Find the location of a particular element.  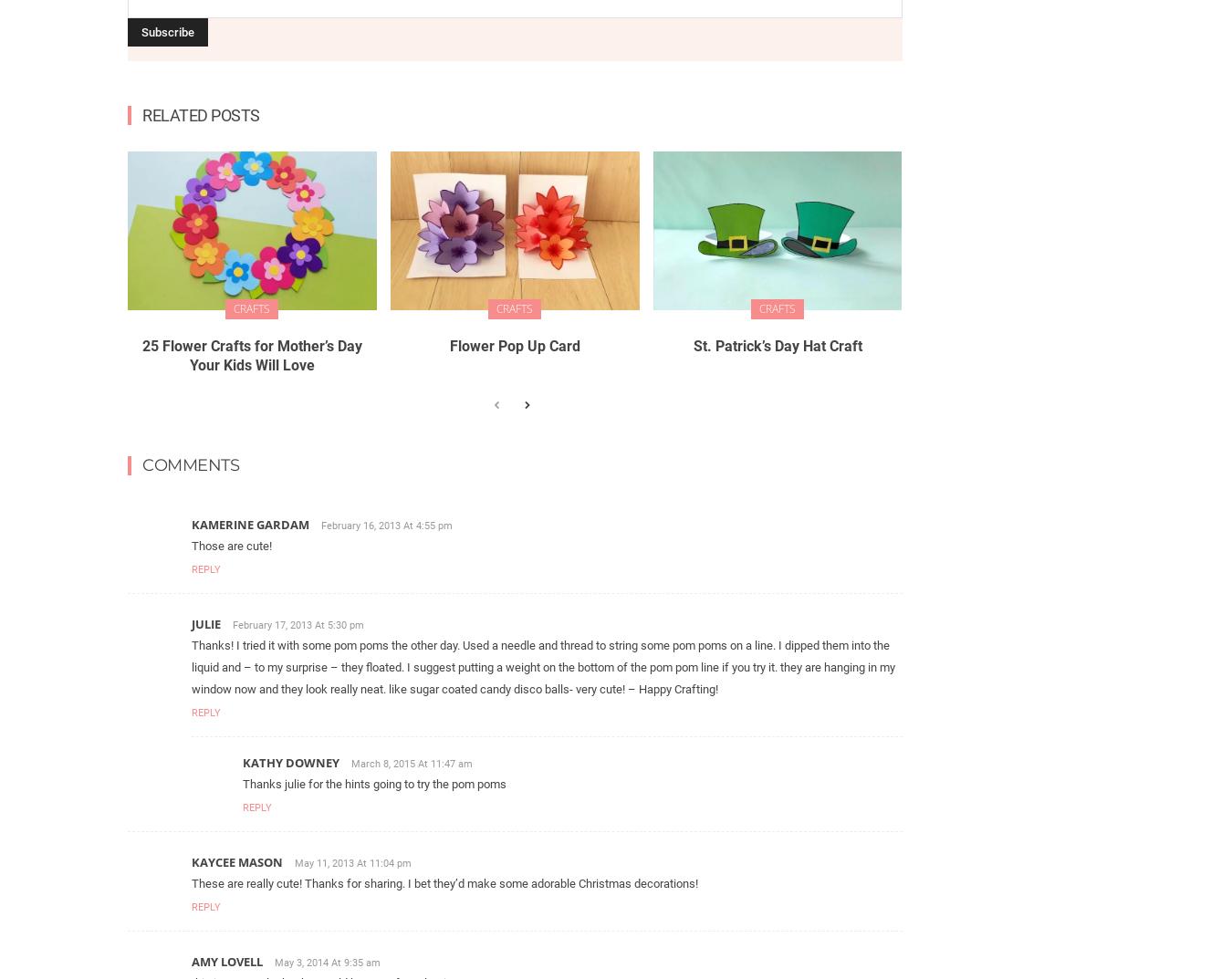

'Kamerine Gardam' is located at coordinates (249, 523).